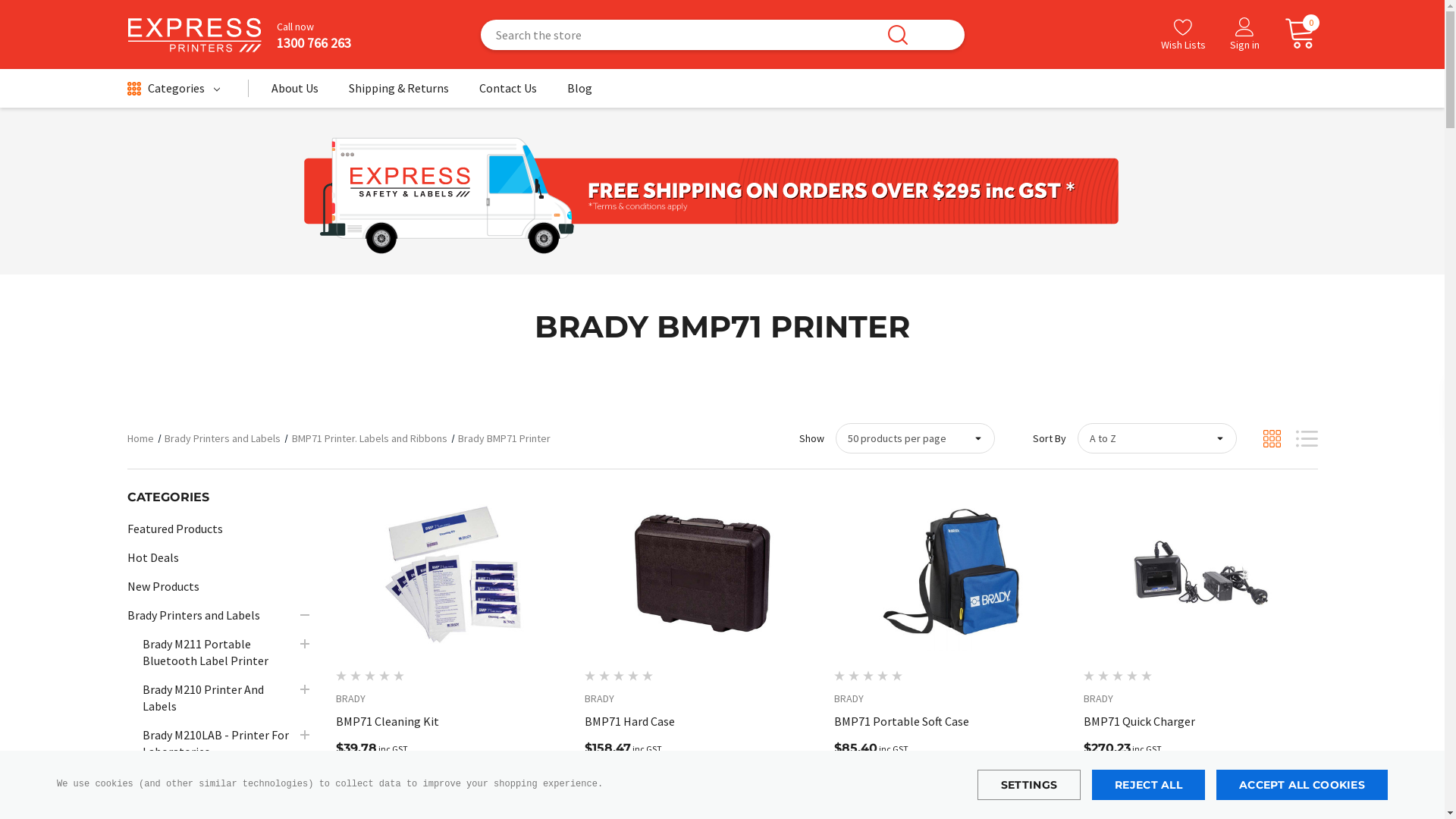 Image resolution: width=1456 pixels, height=819 pixels. What do you see at coordinates (152, 557) in the screenshot?
I see `'Hot Deals'` at bounding box center [152, 557].